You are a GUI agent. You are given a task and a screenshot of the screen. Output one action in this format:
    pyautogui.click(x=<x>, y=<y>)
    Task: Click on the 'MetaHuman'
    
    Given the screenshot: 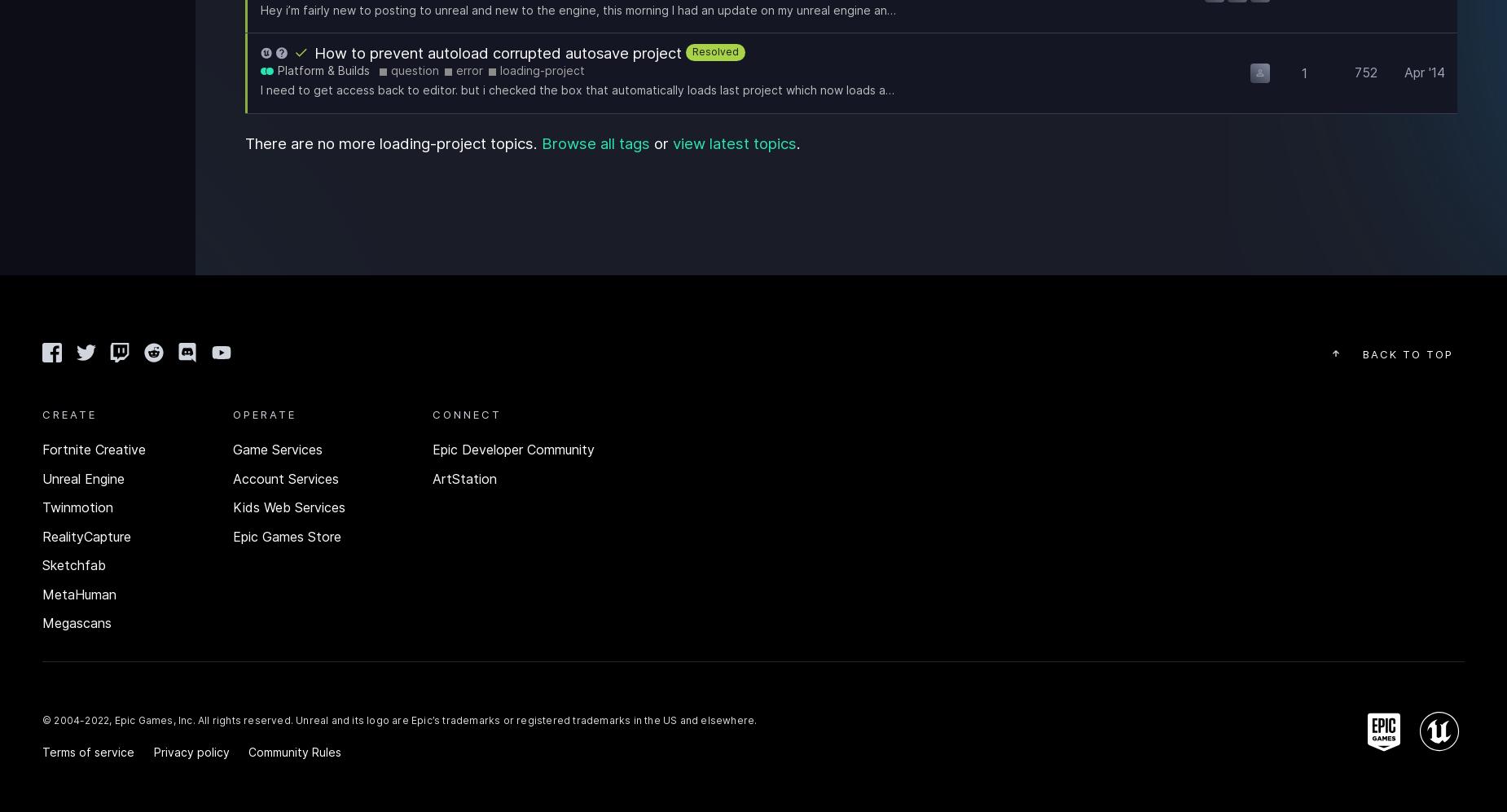 What is the action you would take?
    pyautogui.click(x=78, y=594)
    